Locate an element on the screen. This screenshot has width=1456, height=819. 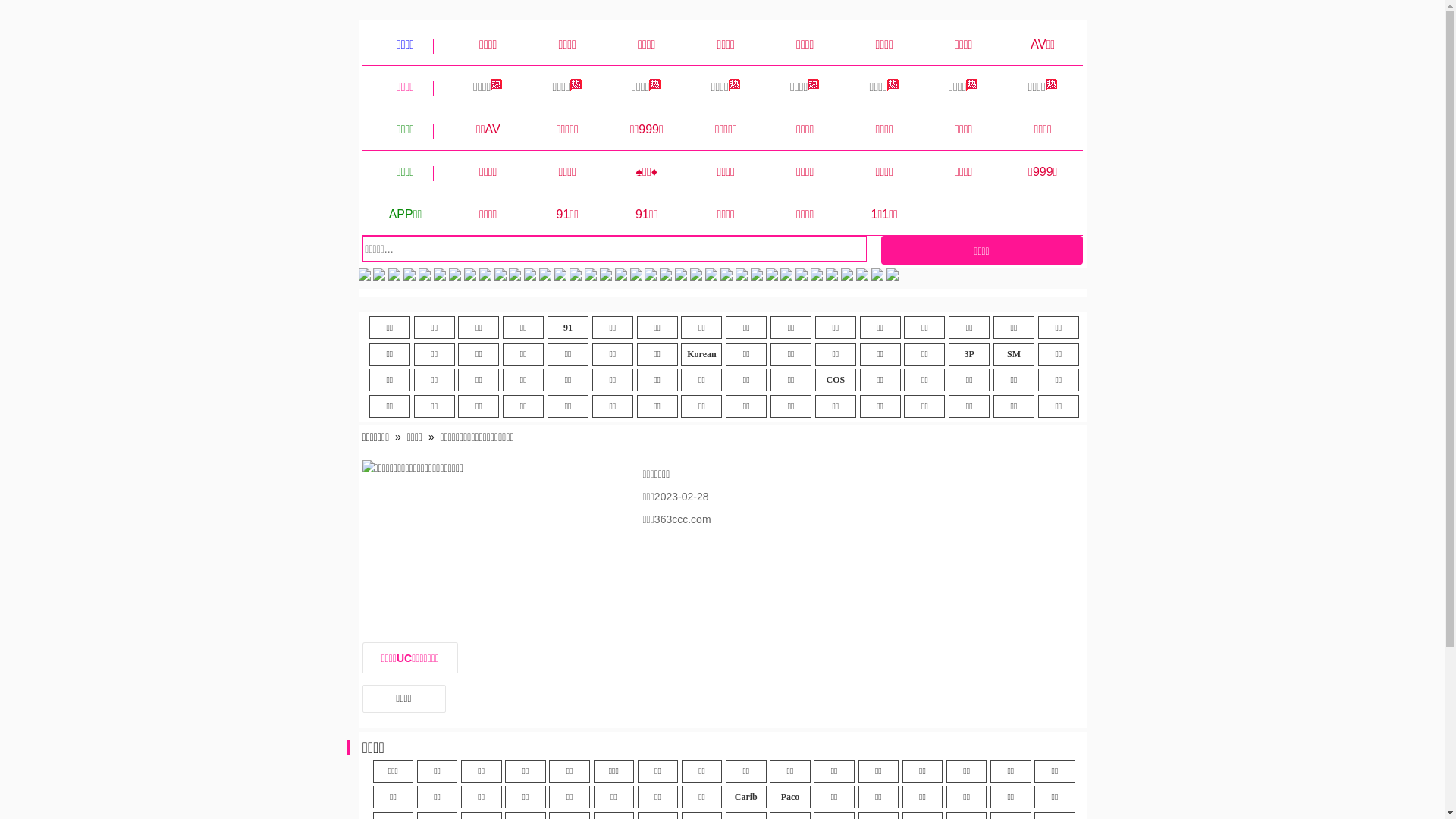
'Korean' is located at coordinates (701, 353).